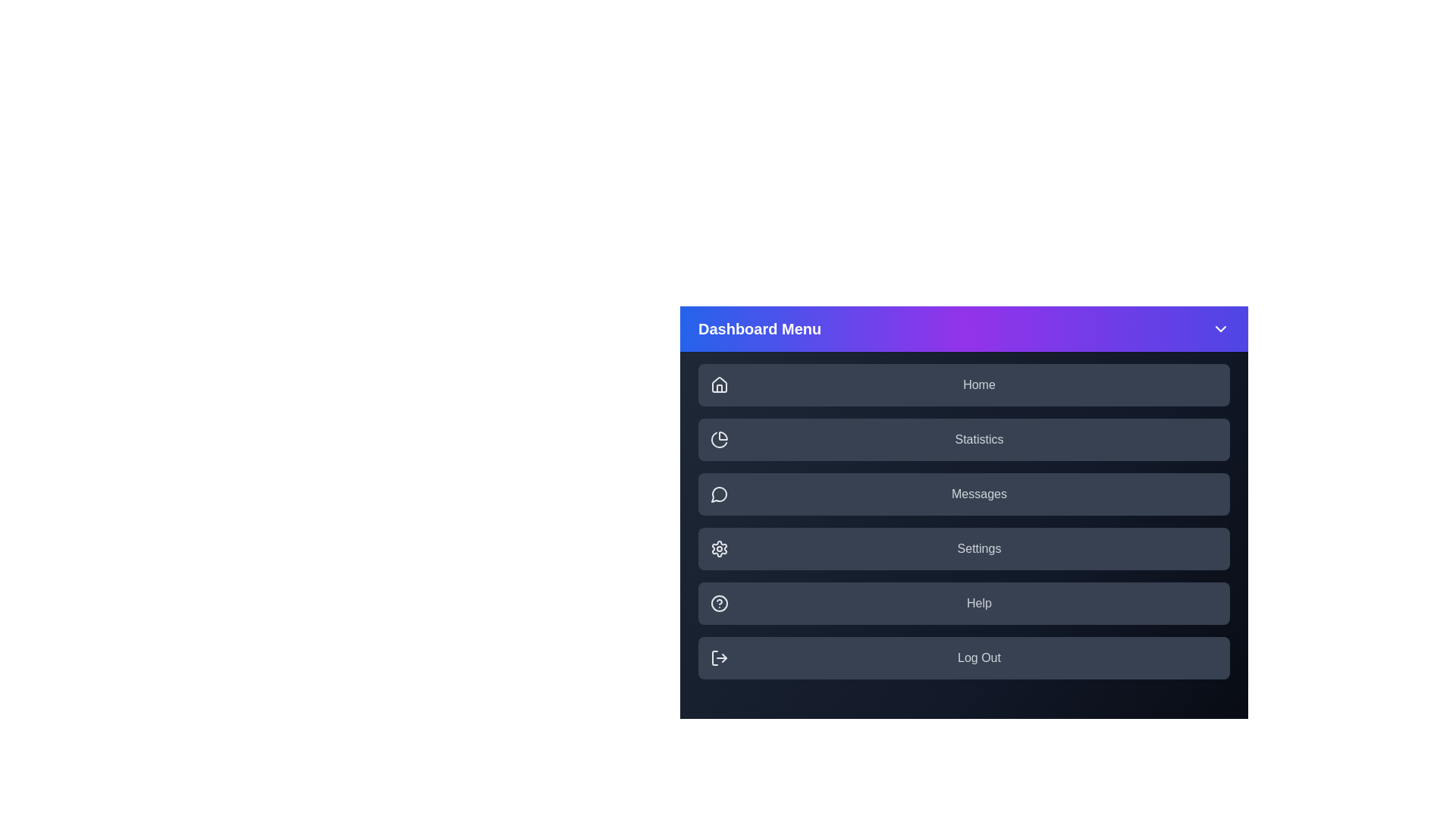 This screenshot has width=1456, height=819. Describe the element at coordinates (963, 549) in the screenshot. I see `the menu item labeled Settings to highlight it` at that location.